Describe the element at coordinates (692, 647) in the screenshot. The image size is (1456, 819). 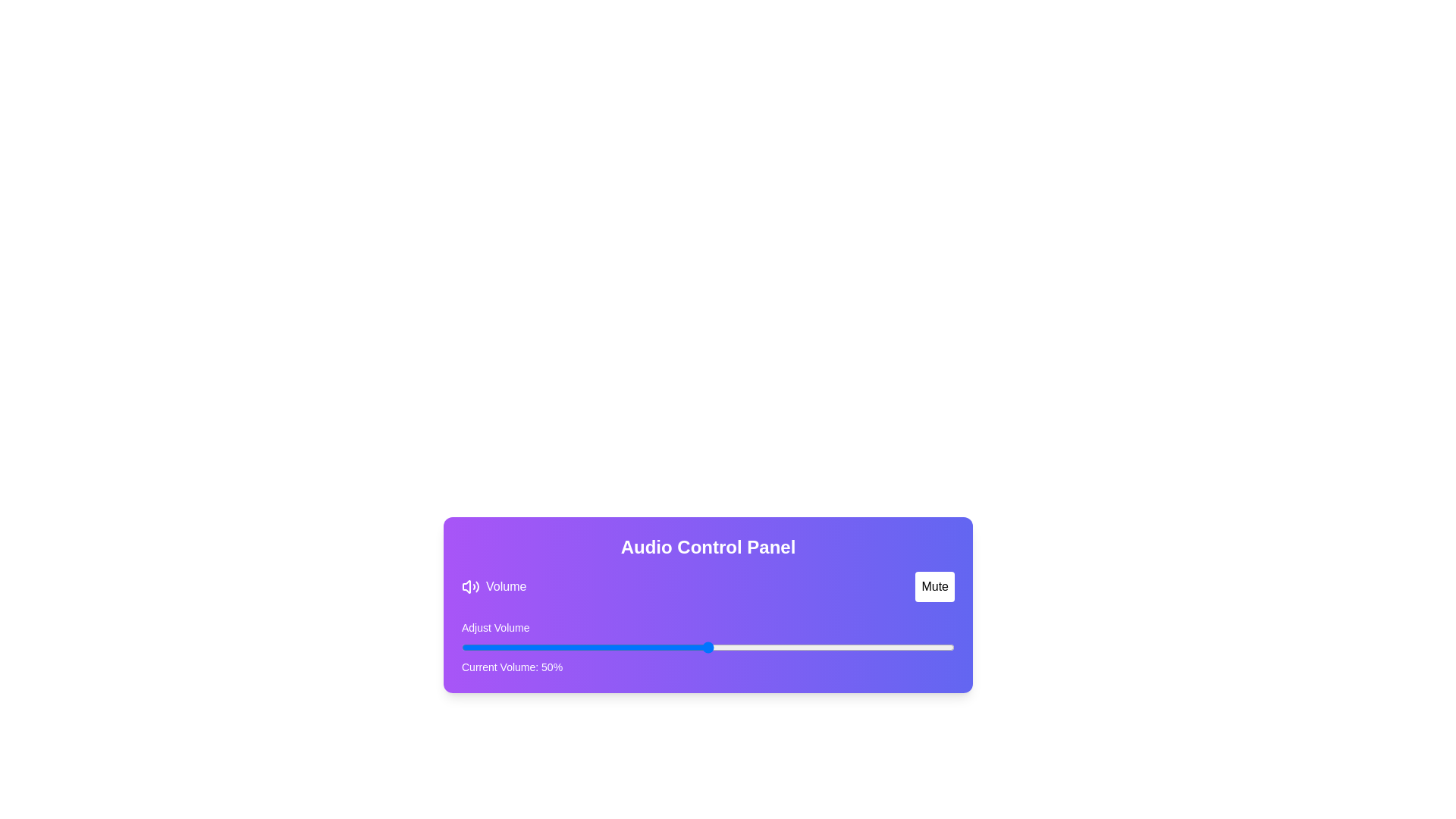
I see `the volume slider` at that location.